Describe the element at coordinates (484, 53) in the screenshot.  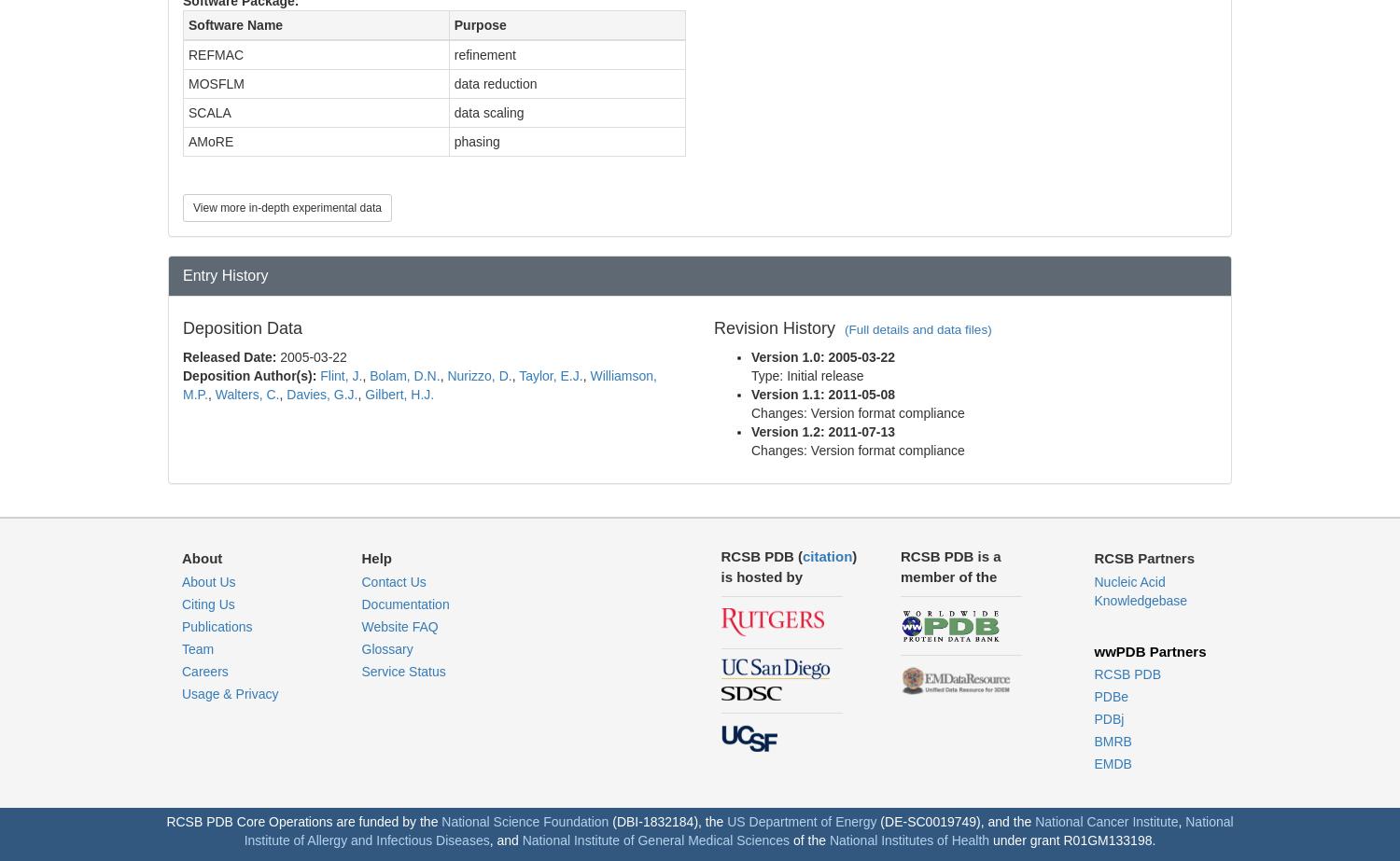
I see `'refinement'` at that location.